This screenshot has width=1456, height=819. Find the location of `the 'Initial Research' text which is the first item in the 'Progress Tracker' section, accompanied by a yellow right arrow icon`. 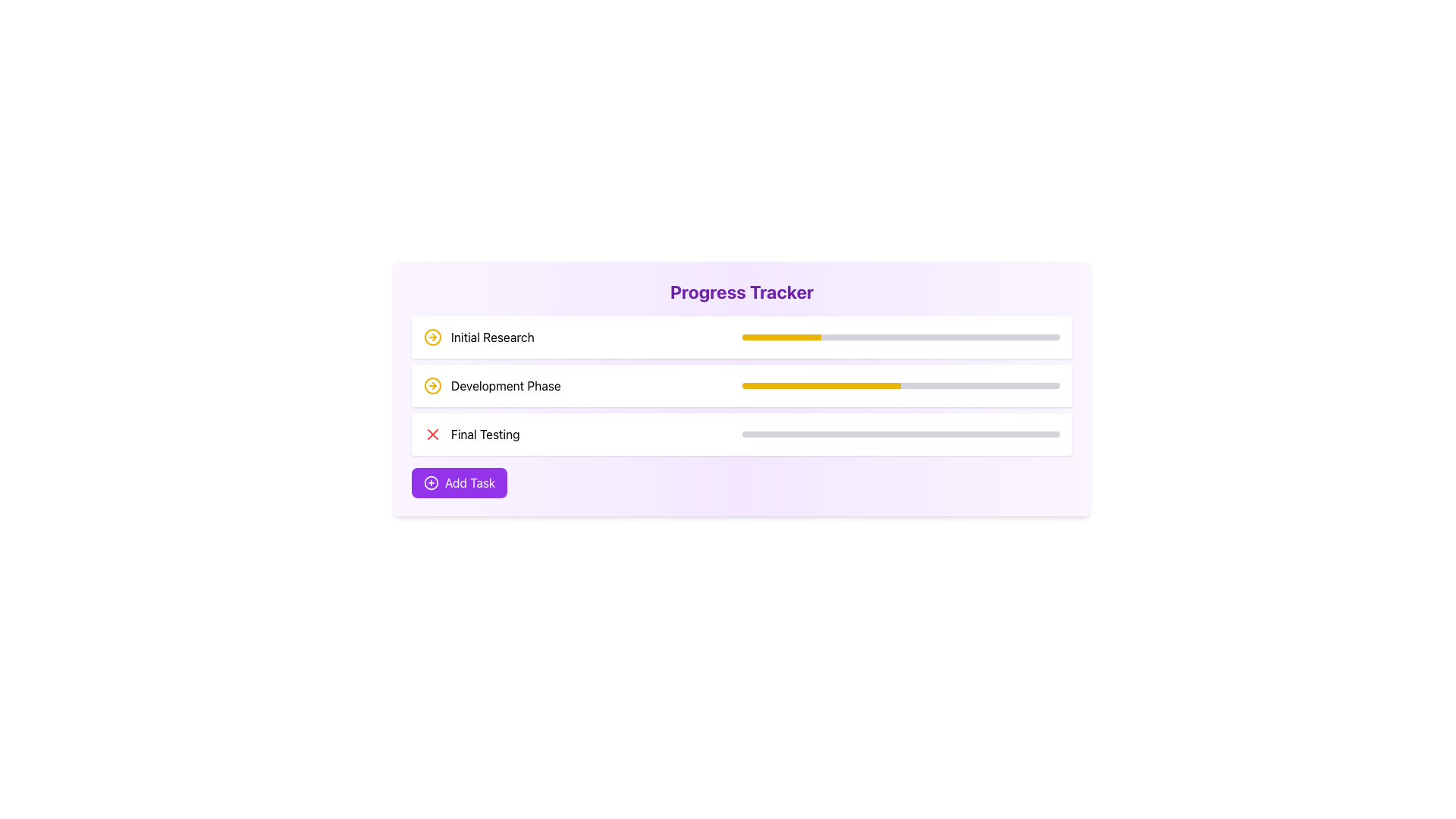

the 'Initial Research' text which is the first item in the 'Progress Tracker' section, accompanied by a yellow right arrow icon is located at coordinates (478, 336).